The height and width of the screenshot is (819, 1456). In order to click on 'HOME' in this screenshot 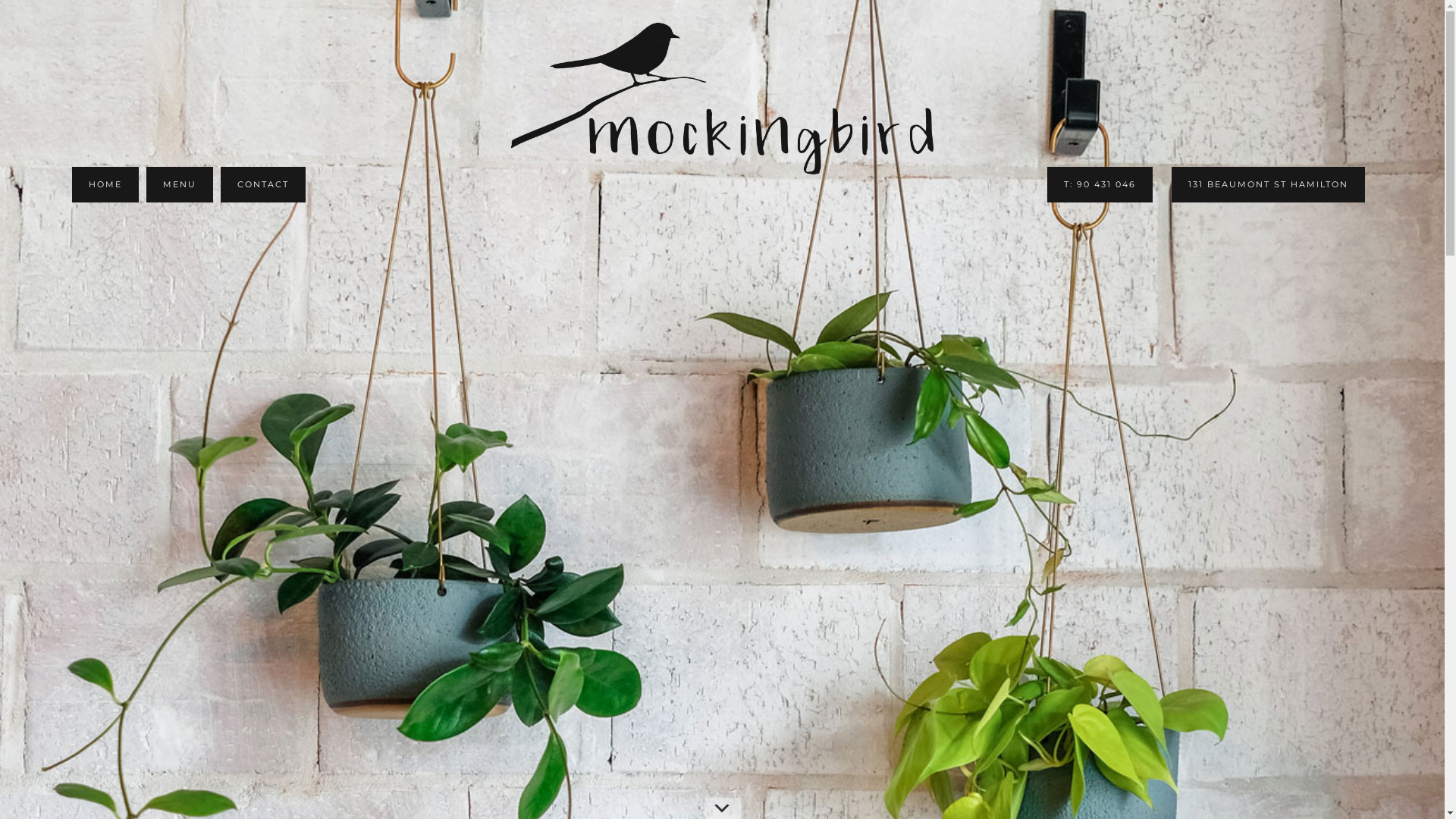, I will do `click(71, 184)`.